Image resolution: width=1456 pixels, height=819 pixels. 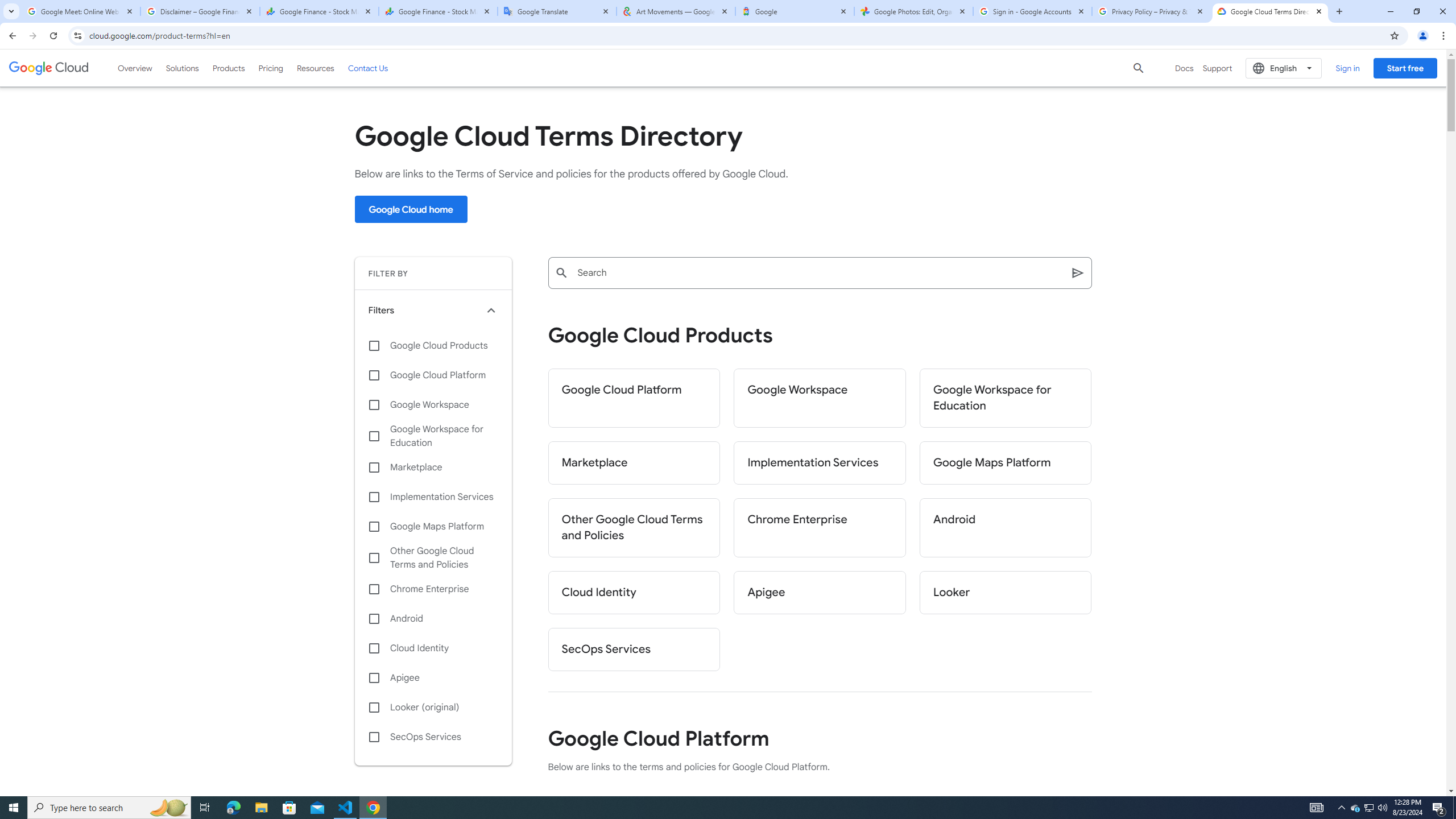 I want to click on 'Sign in - Google Accounts', so click(x=1032, y=11).